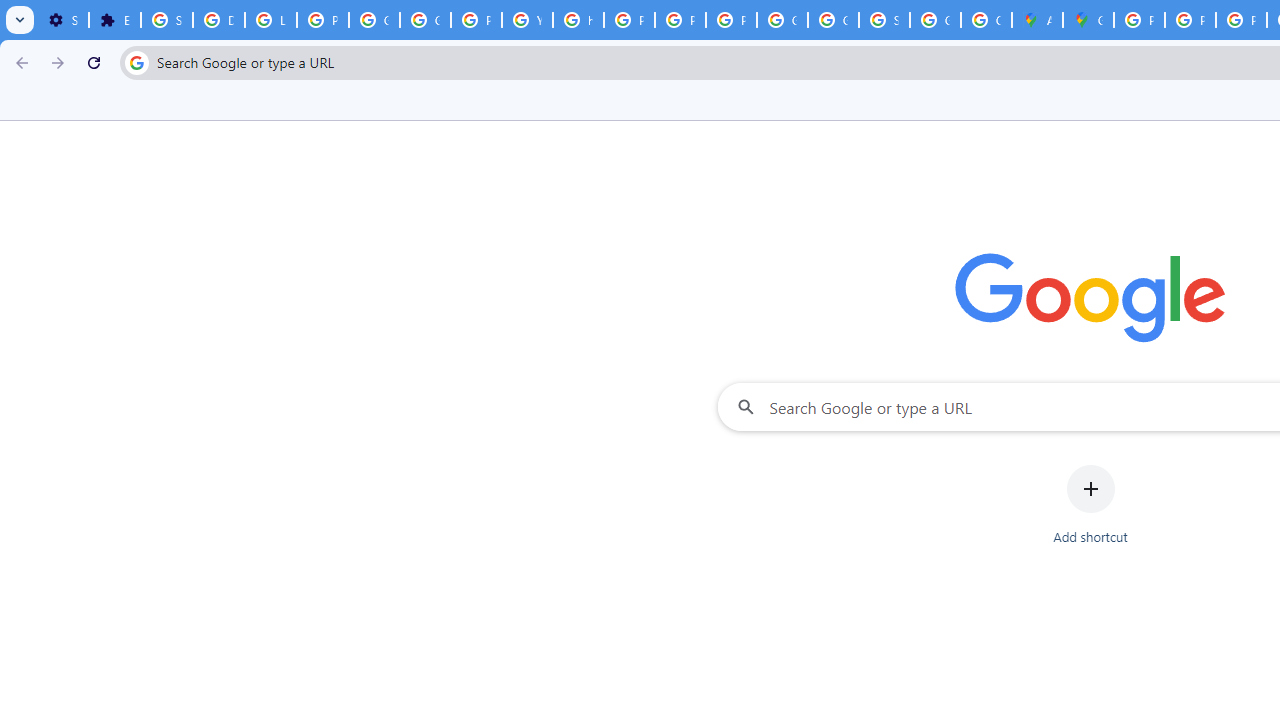 Image resolution: width=1280 pixels, height=720 pixels. What do you see at coordinates (527, 20) in the screenshot?
I see `'YouTube'` at bounding box center [527, 20].